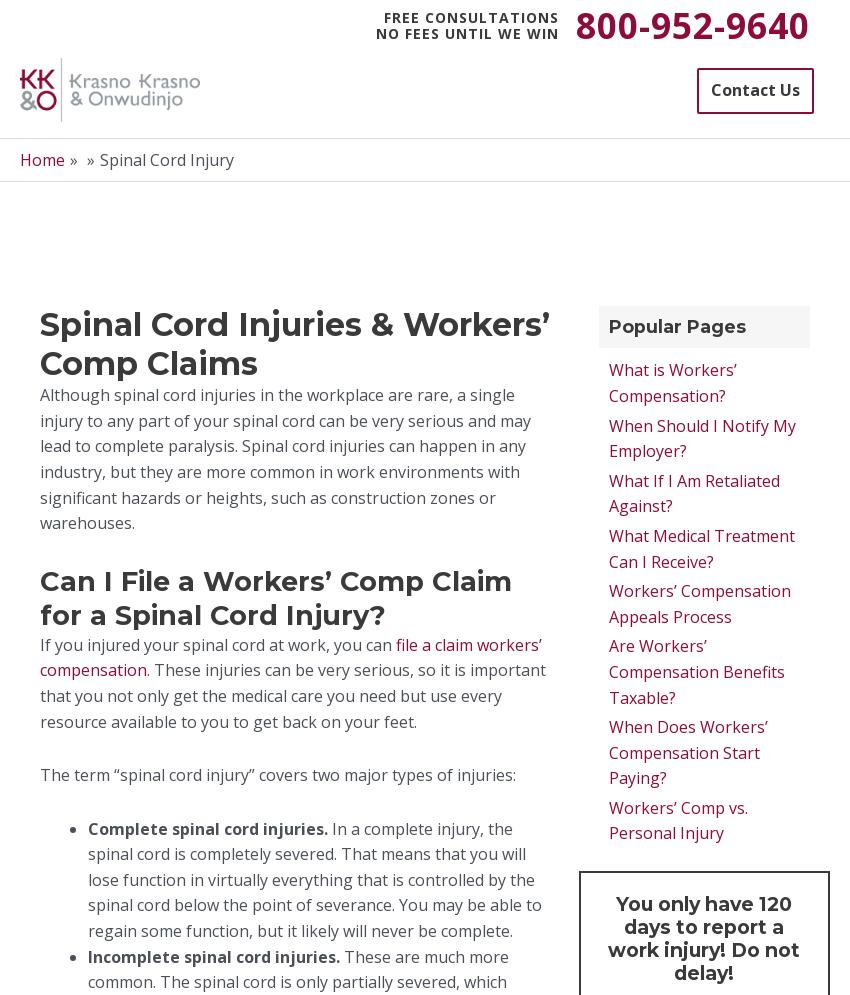 The height and width of the screenshot is (995, 850). Describe the element at coordinates (411, 347) in the screenshot. I see `'Email address'` at that location.